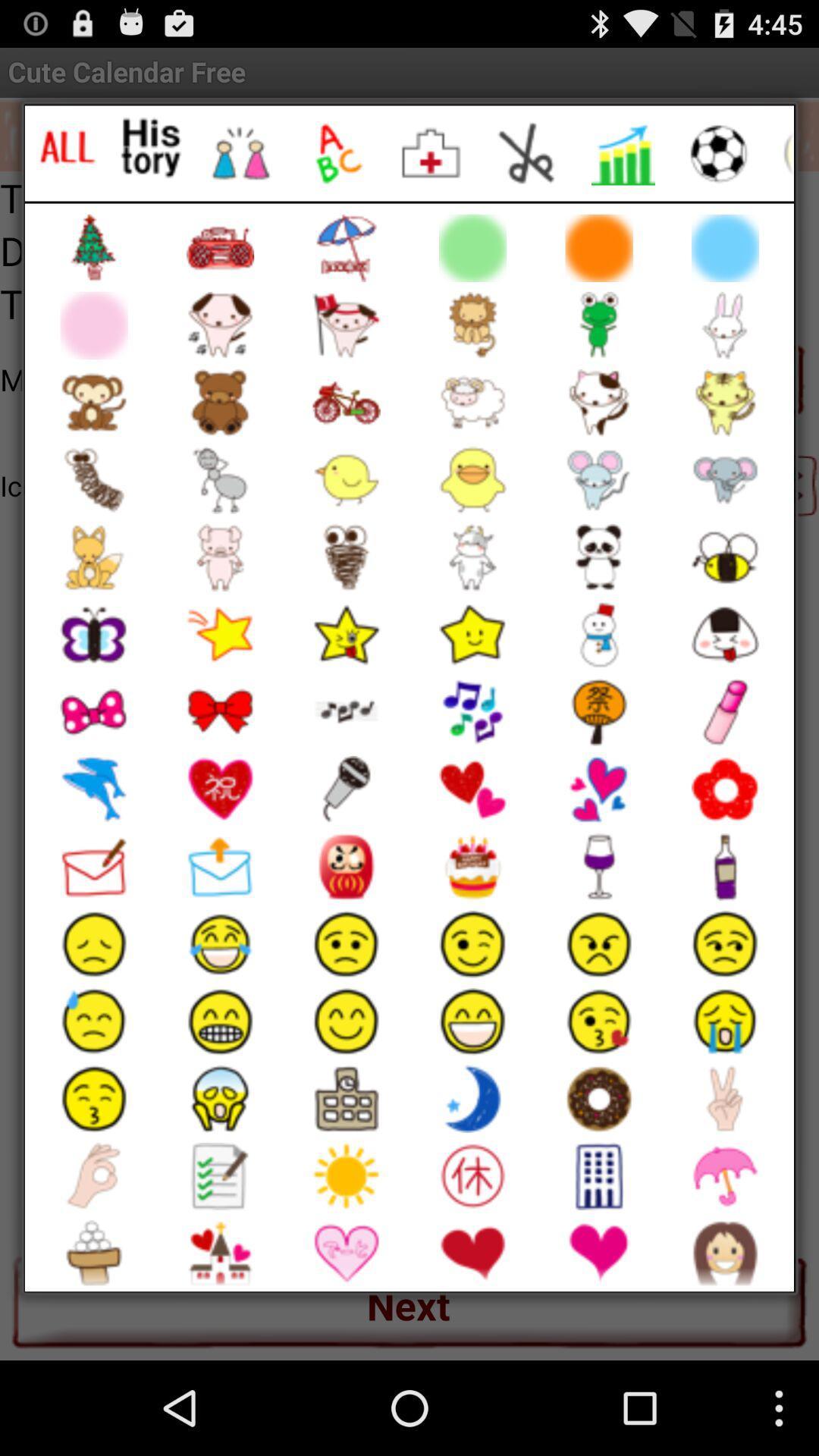 This screenshot has width=819, height=1456. Describe the element at coordinates (335, 153) in the screenshot. I see `abc emoji` at that location.